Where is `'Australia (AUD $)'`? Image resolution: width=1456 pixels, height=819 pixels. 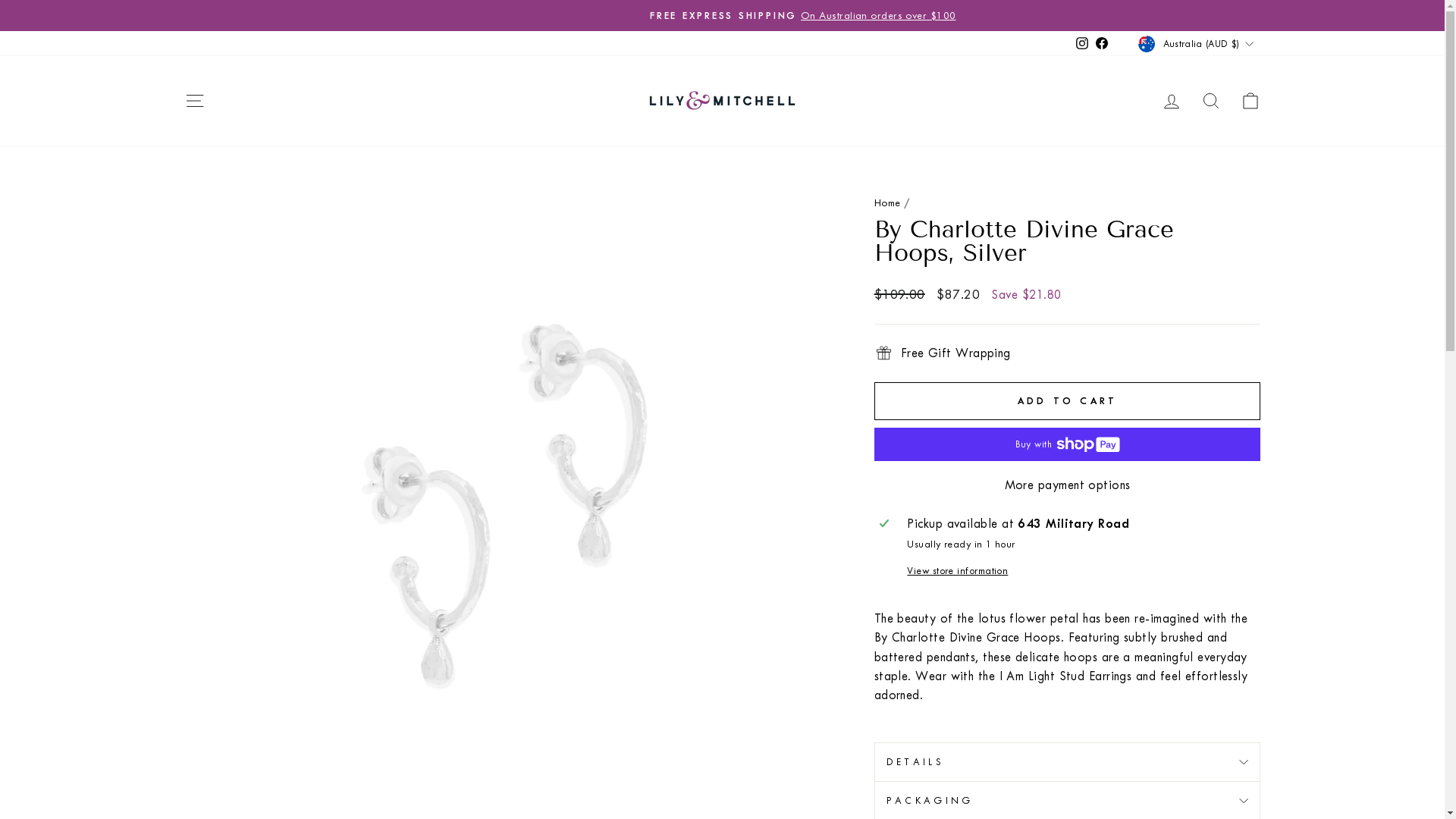 'Australia (AUD $)' is located at coordinates (1197, 42).